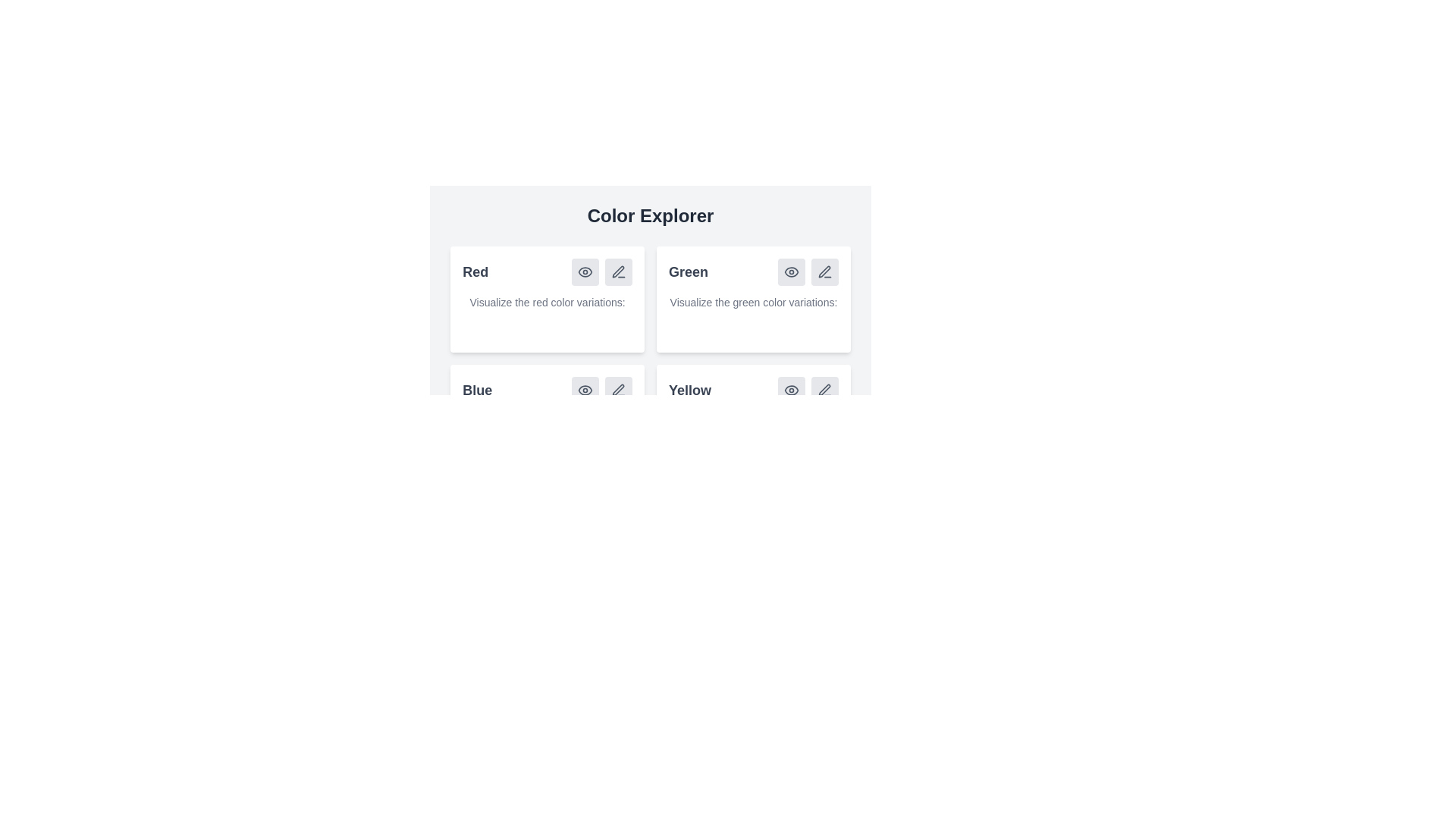 The image size is (1456, 819). Describe the element at coordinates (601, 271) in the screenshot. I see `the group of interactive buttons containing the eye-shaped preview icon and the pen-shaped edit icon` at that location.